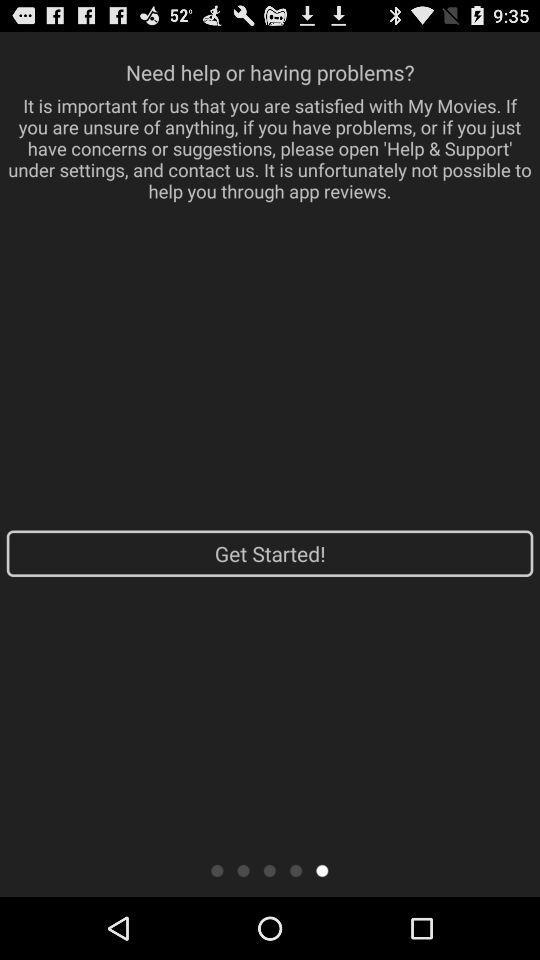  Describe the element at coordinates (295, 869) in the screenshot. I see `switch to previous page` at that location.